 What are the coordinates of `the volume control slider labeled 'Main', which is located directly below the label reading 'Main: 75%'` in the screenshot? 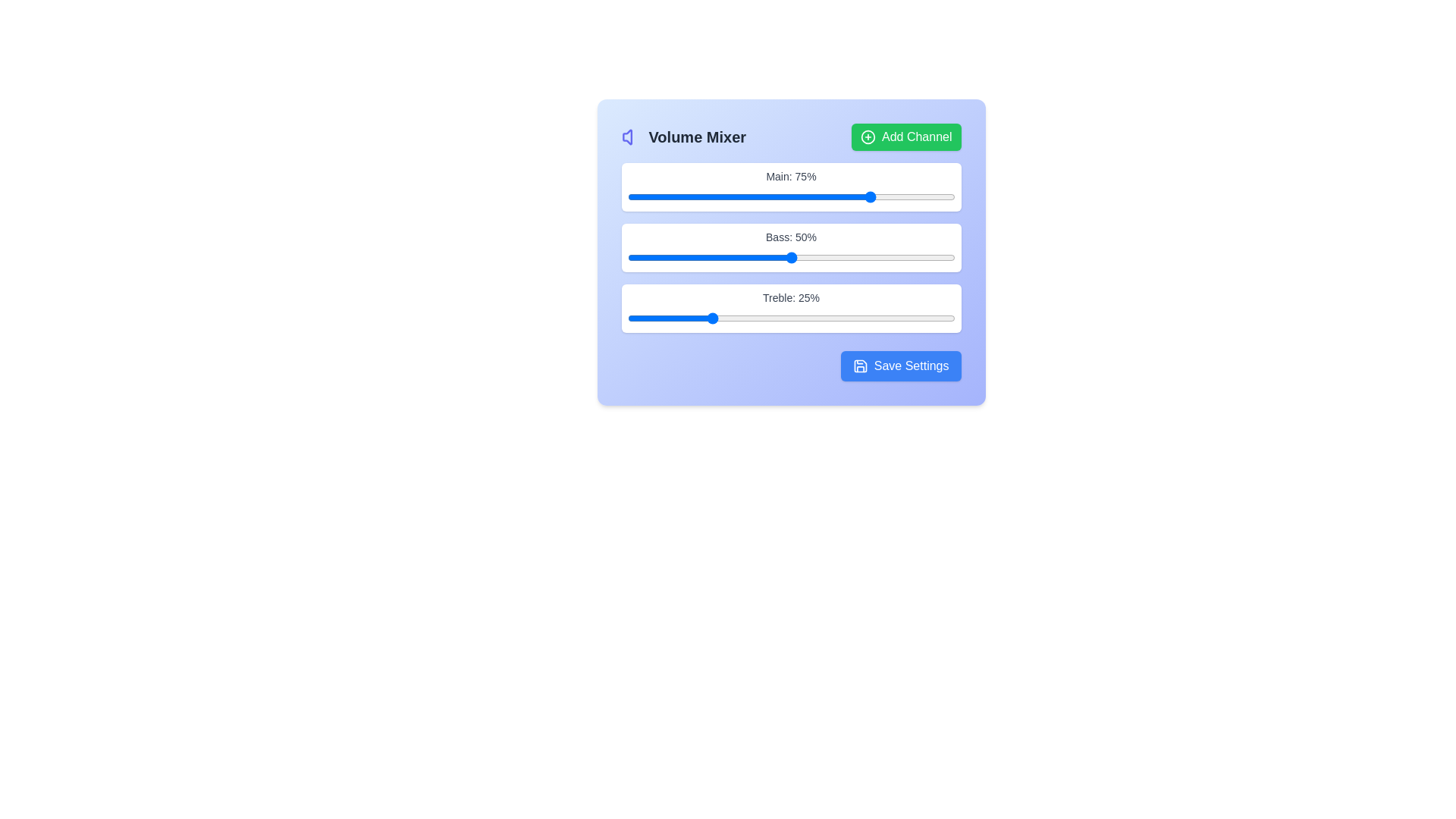 It's located at (790, 196).